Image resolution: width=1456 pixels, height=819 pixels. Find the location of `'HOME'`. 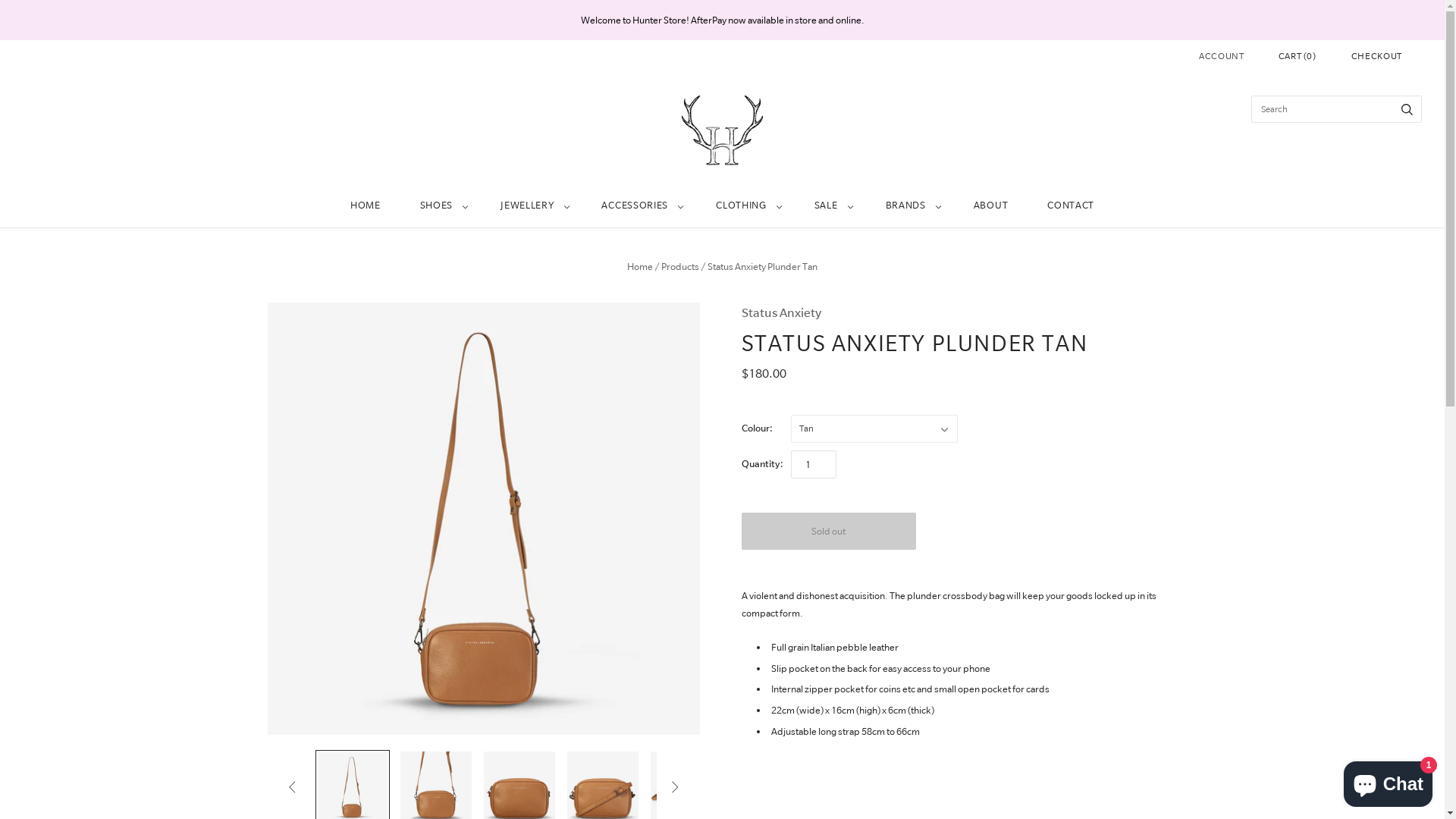

'HOME' is located at coordinates (365, 206).